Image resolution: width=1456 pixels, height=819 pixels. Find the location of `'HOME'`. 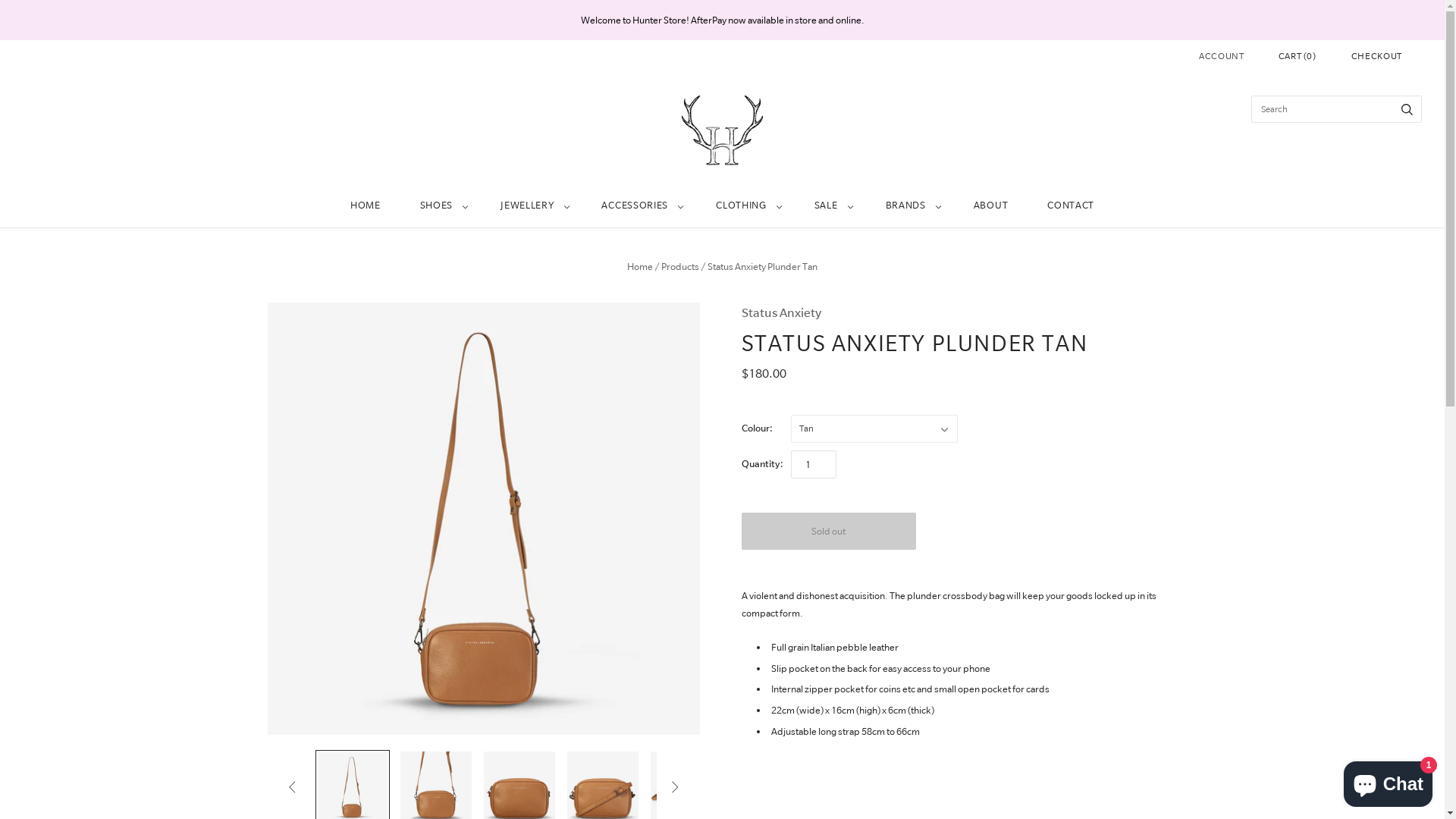

'HOME' is located at coordinates (365, 206).